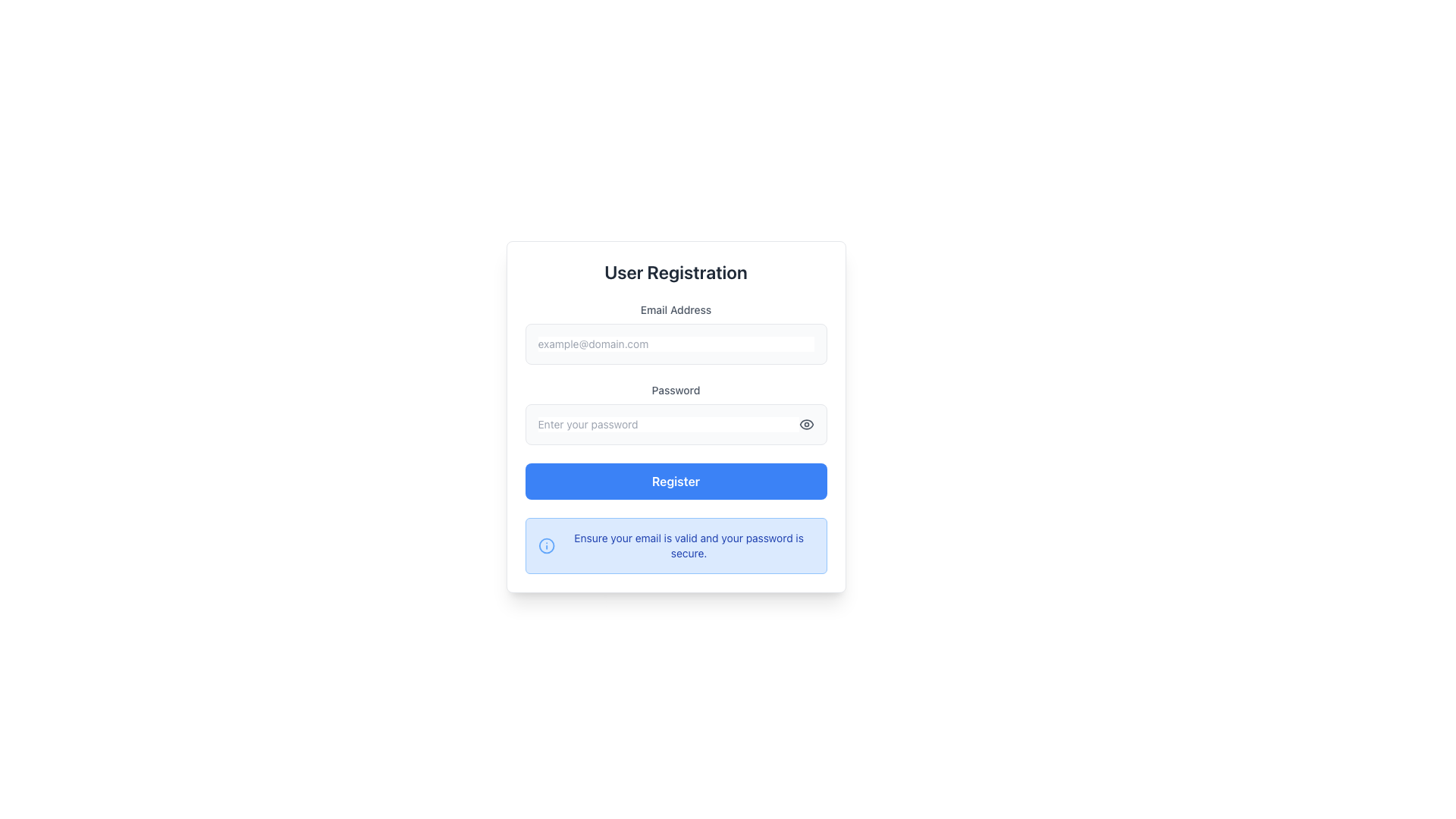  I want to click on the prominent blue 'Register' button with white text, located near the bottom of the user registration form, to observe interactive feedback, so click(675, 482).